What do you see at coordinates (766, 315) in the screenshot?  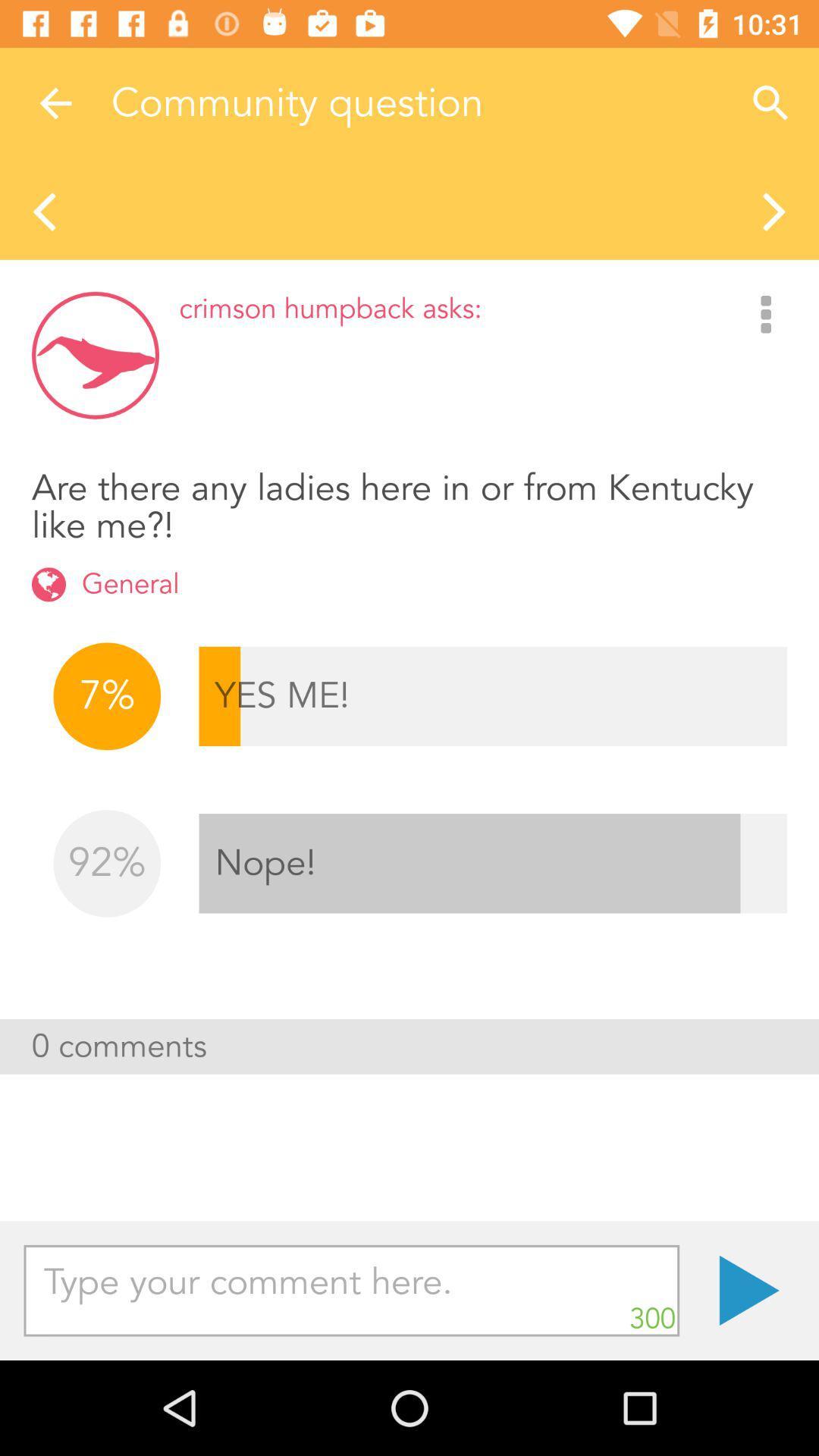 I see `the icon to the right of crimson humpback asks:` at bounding box center [766, 315].